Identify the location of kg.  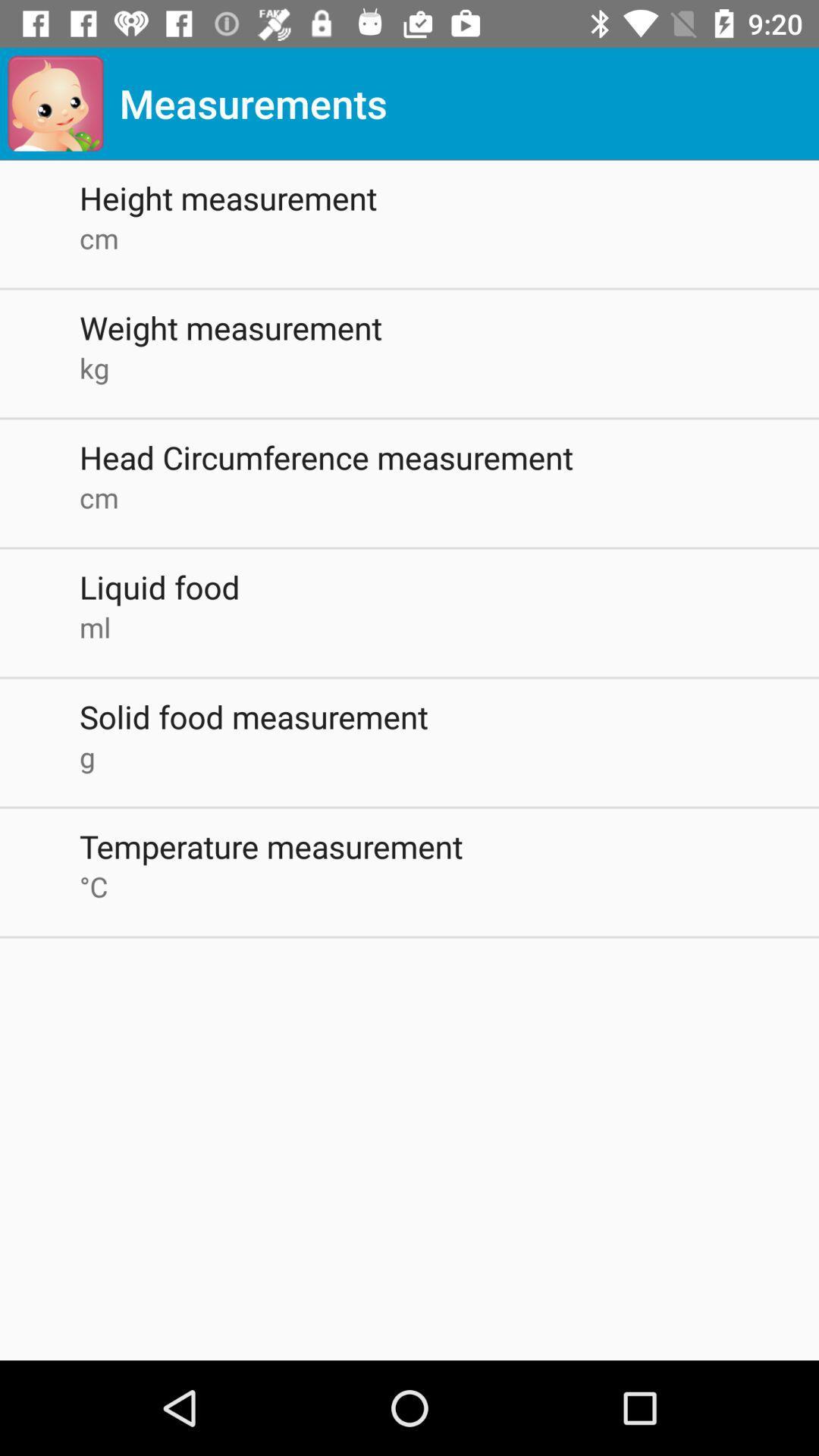
(448, 368).